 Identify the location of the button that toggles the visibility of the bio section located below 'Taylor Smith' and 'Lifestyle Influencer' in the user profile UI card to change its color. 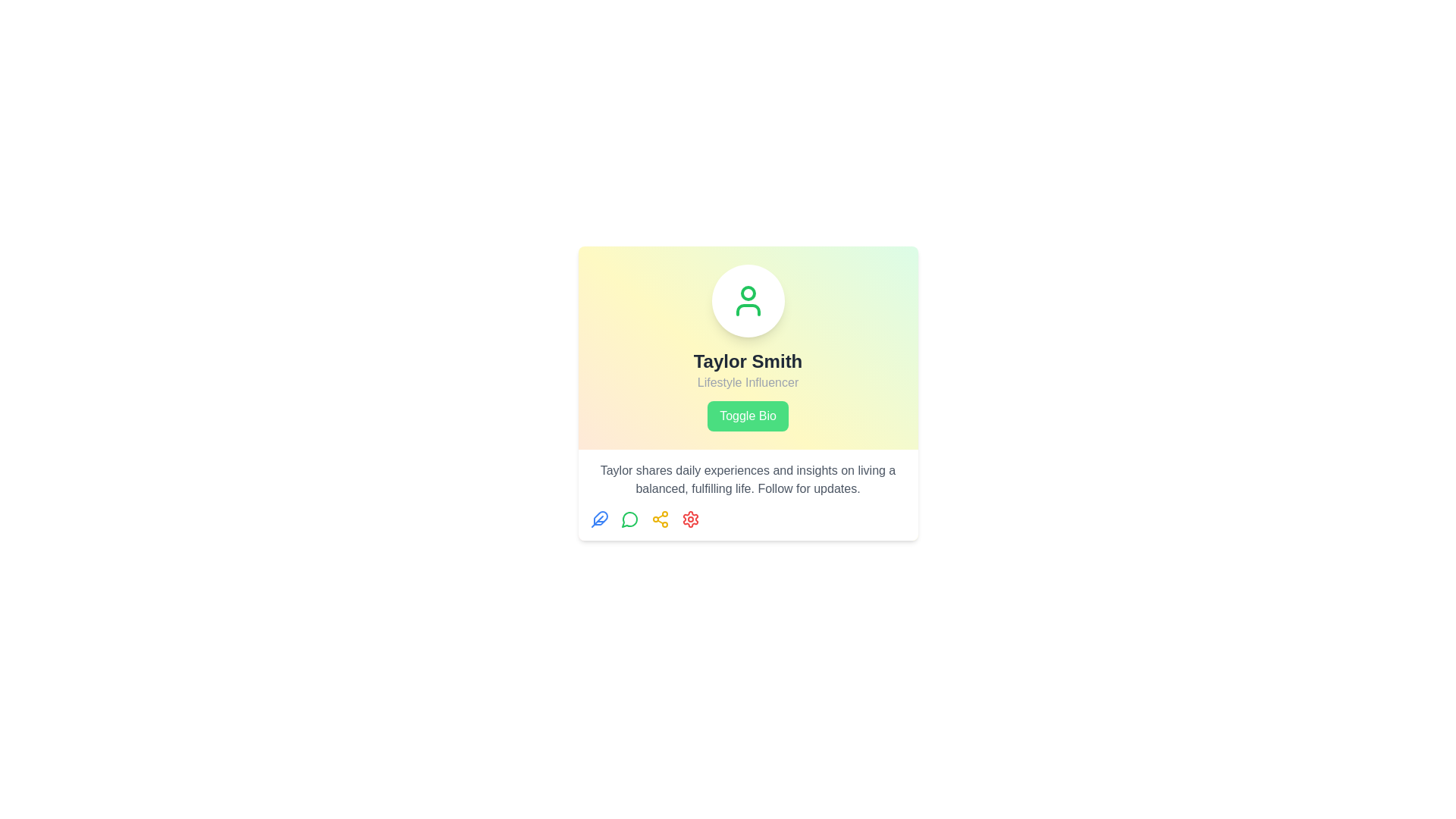
(748, 416).